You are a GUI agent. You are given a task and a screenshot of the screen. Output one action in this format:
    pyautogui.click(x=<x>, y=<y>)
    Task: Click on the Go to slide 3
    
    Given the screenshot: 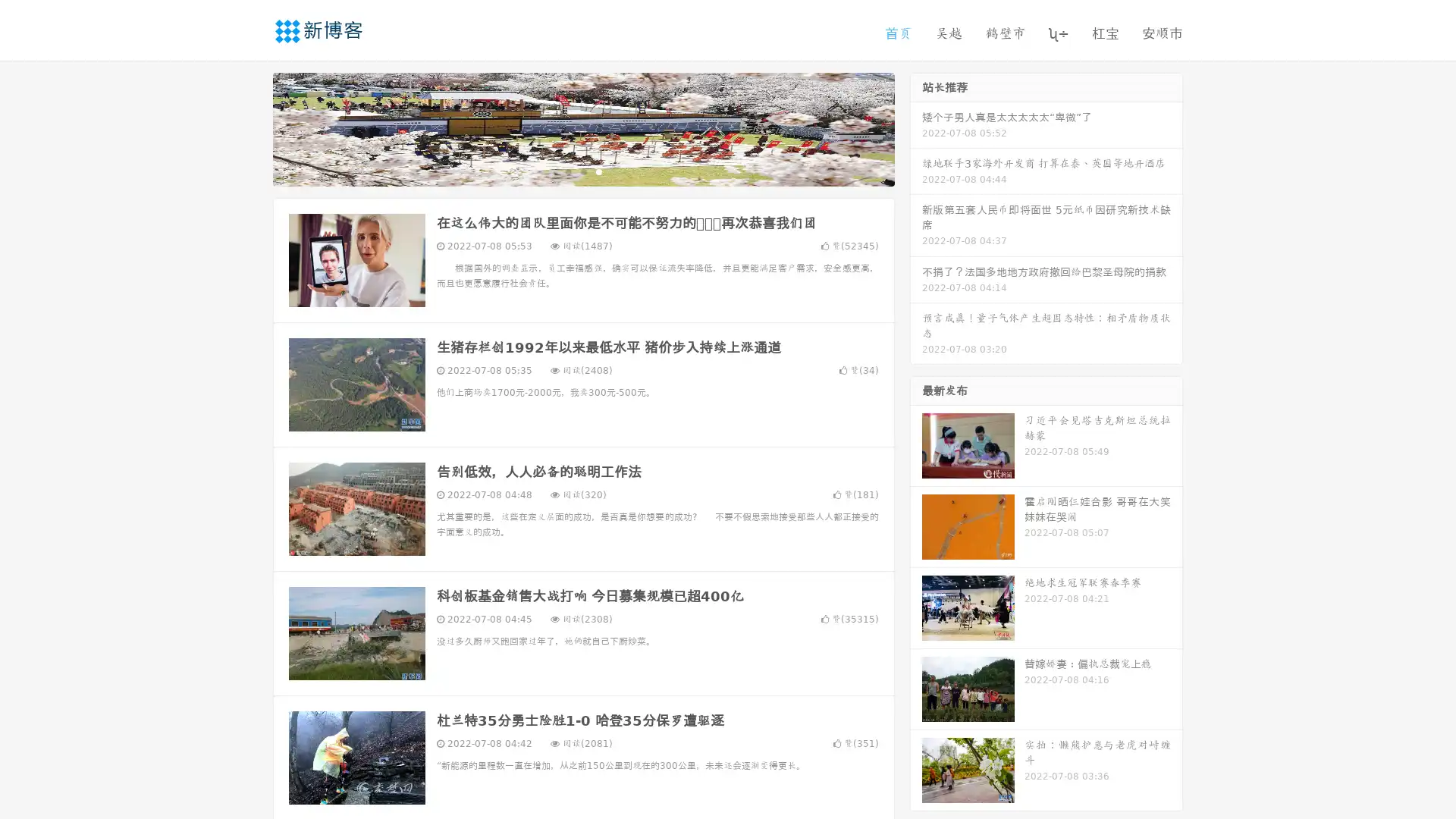 What is the action you would take?
    pyautogui.click(x=598, y=171)
    